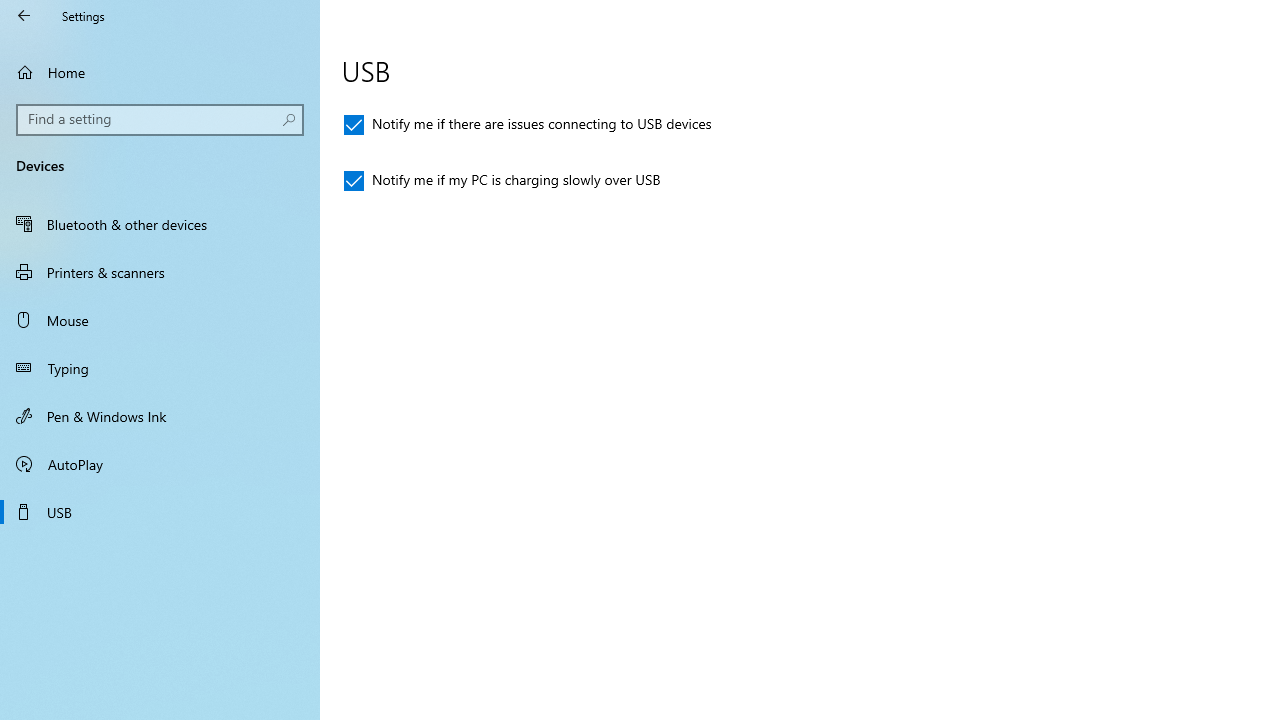 This screenshot has width=1280, height=720. What do you see at coordinates (160, 367) in the screenshot?
I see `'Typing'` at bounding box center [160, 367].